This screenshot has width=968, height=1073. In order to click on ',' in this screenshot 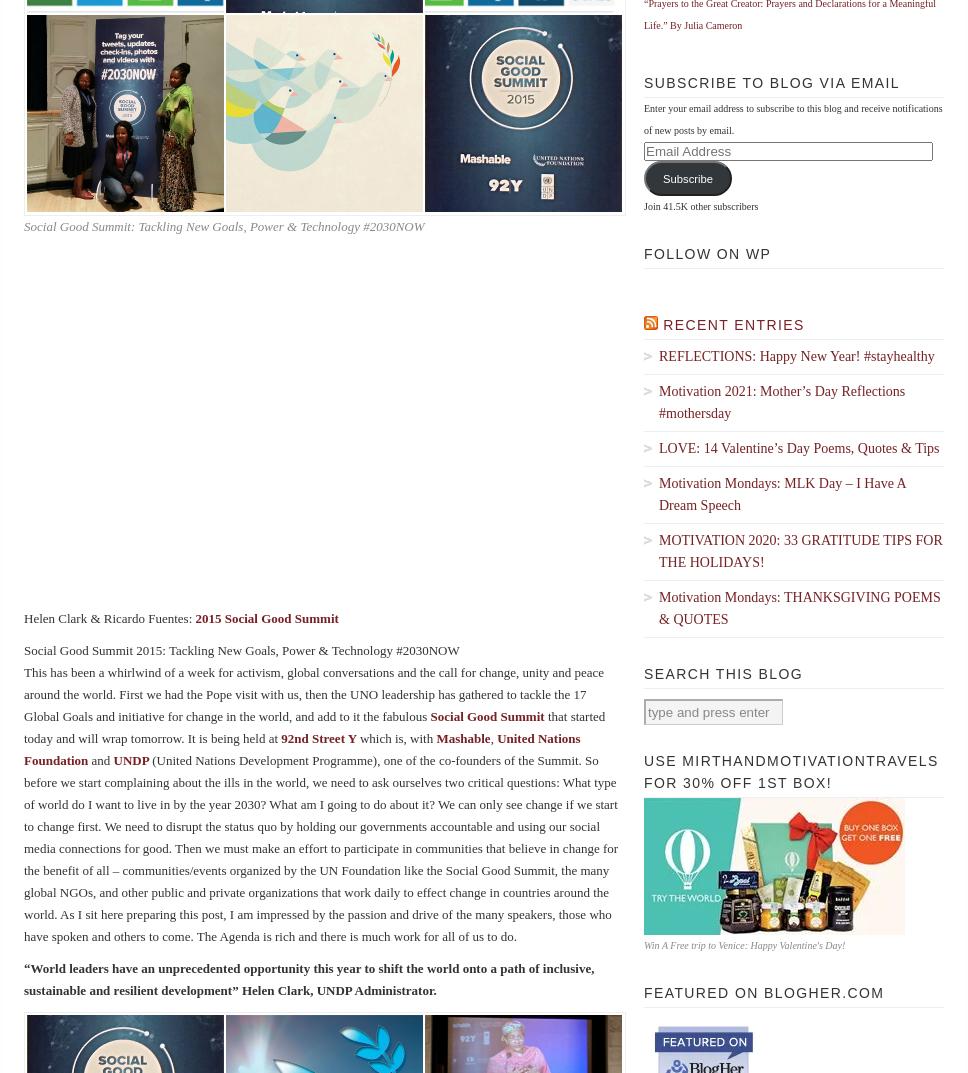, I will do `click(493, 737)`.